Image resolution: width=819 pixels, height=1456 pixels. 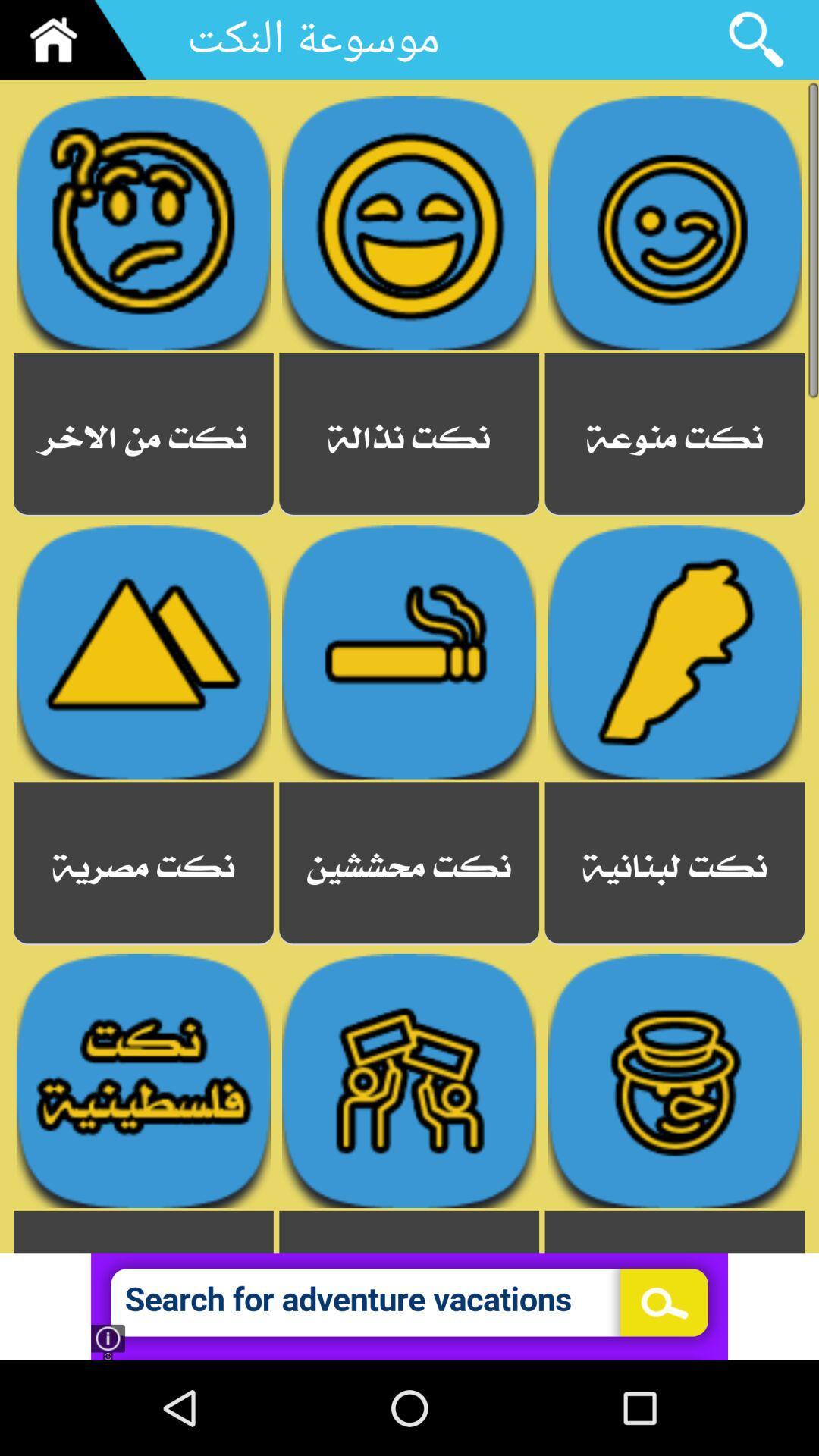 What do you see at coordinates (755, 42) in the screenshot?
I see `the search icon` at bounding box center [755, 42].